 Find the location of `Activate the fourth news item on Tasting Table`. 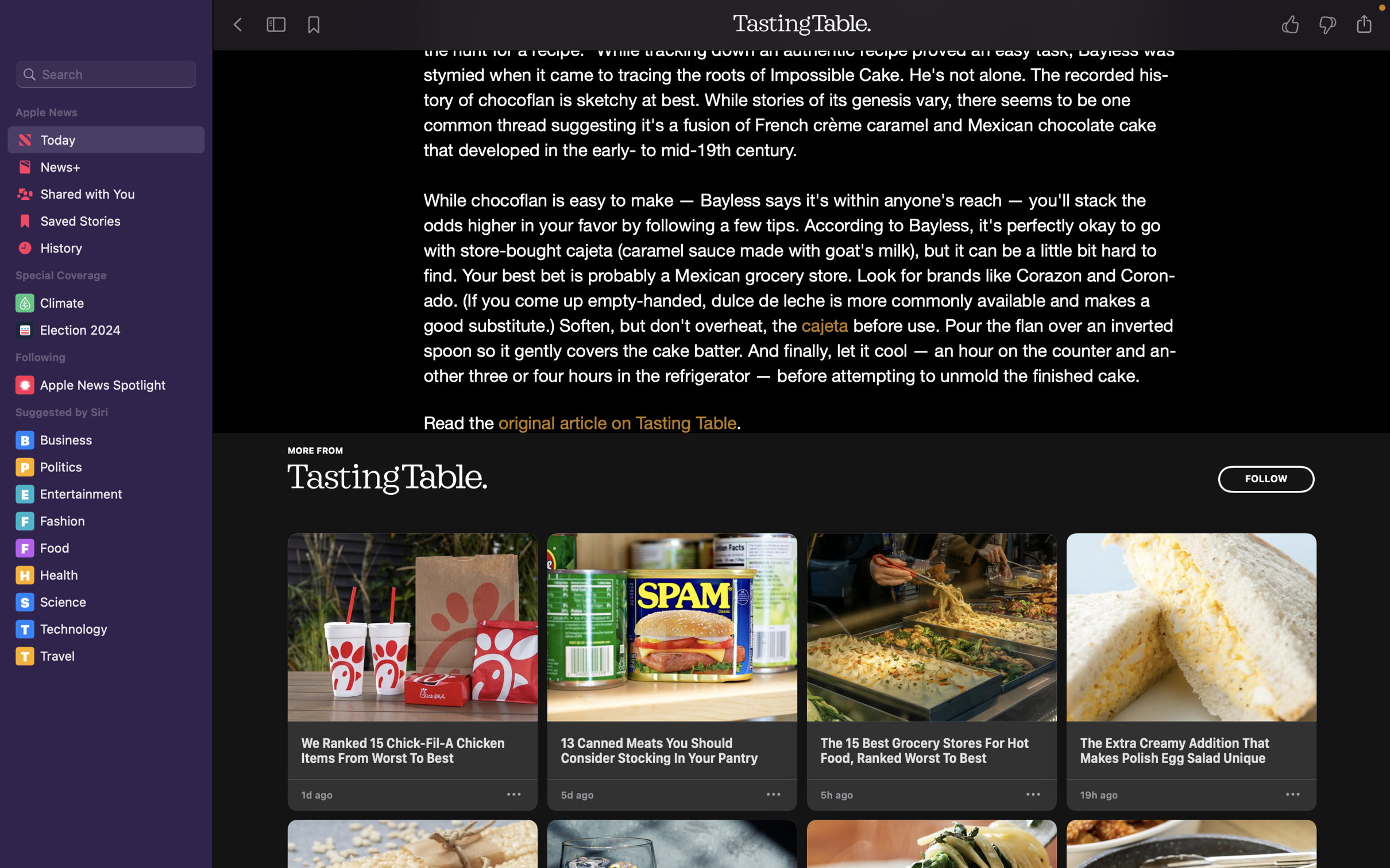

Activate the fourth news item on Tasting Table is located at coordinates (1191, 656).